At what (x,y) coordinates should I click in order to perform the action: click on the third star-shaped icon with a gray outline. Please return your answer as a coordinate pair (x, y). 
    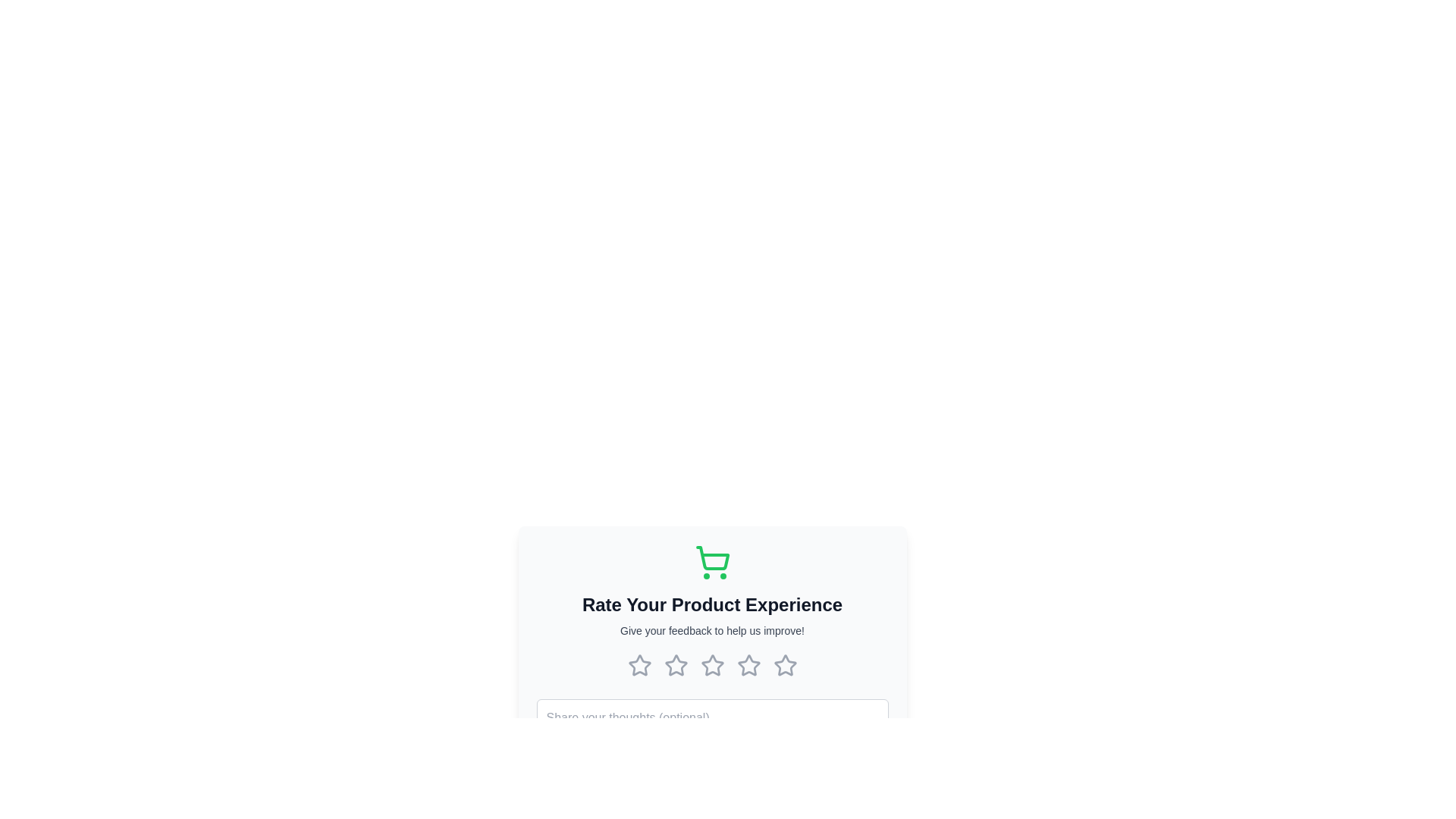
    Looking at the image, I should click on (711, 665).